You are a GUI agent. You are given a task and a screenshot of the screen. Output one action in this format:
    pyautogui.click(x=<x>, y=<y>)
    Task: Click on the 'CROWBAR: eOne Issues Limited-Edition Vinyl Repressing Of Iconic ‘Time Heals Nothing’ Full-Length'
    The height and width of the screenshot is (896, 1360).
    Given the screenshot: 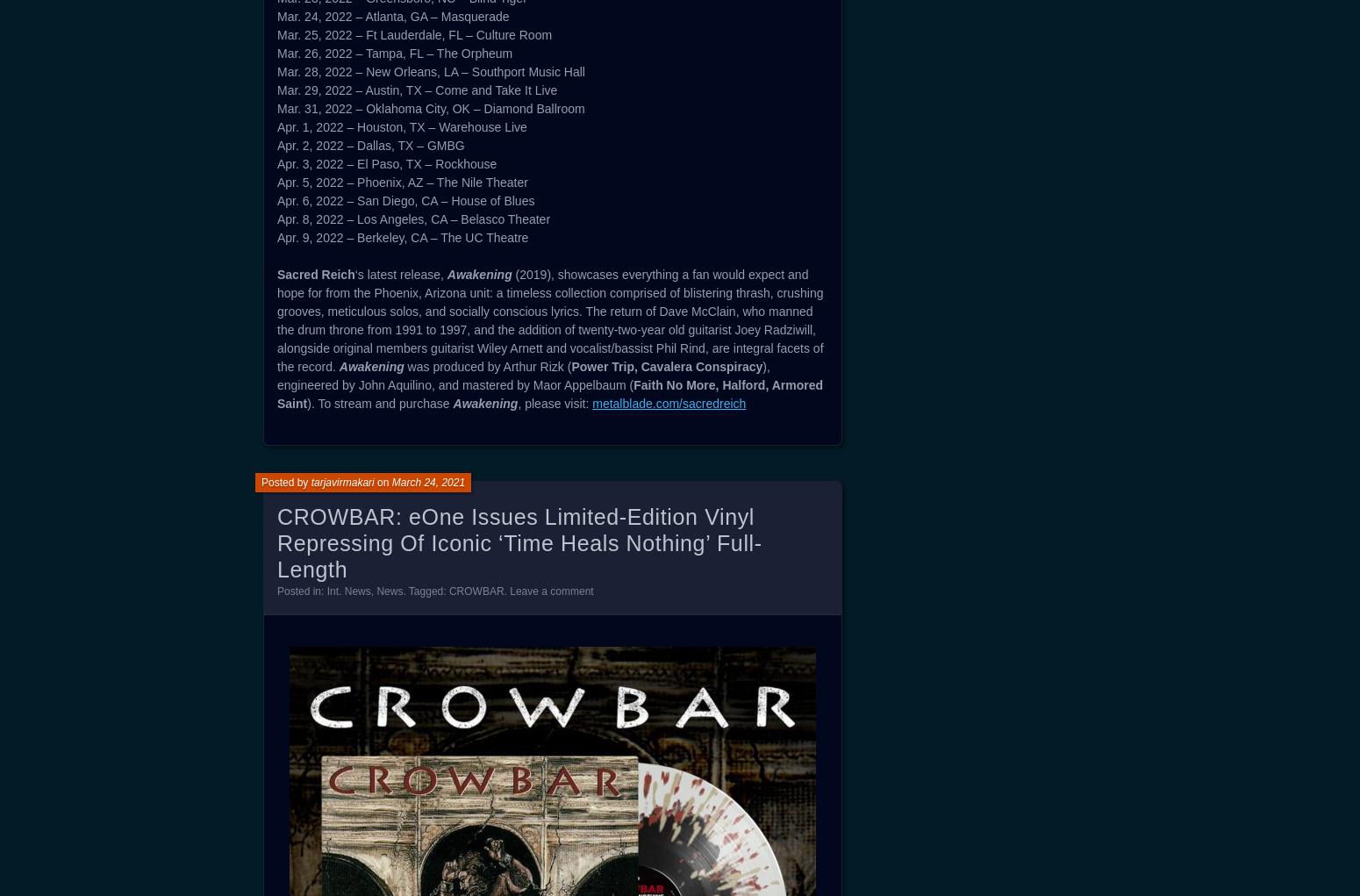 What is the action you would take?
    pyautogui.click(x=519, y=543)
    